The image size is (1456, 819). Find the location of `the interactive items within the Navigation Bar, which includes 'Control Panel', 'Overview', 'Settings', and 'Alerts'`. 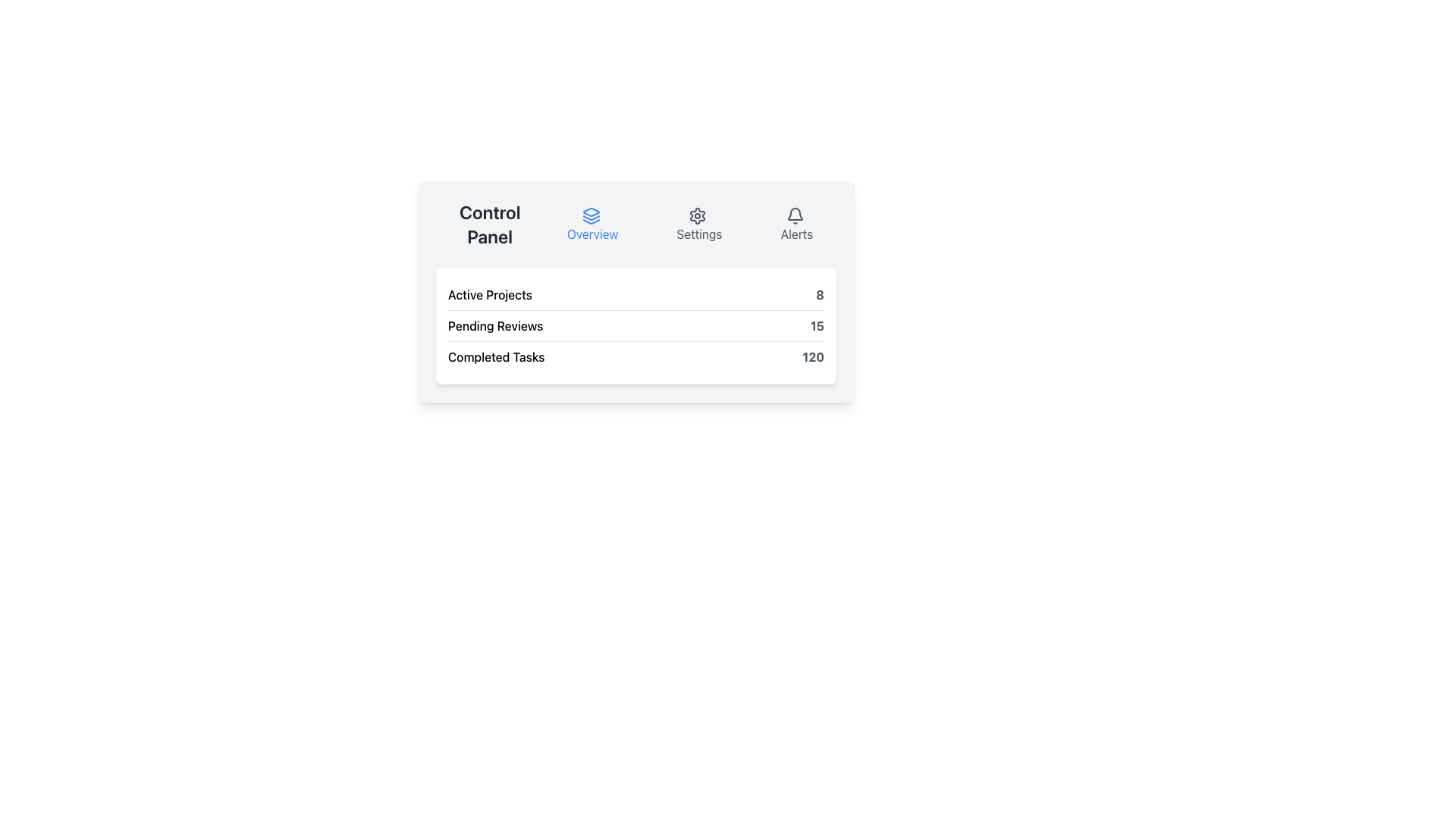

the interactive items within the Navigation Bar, which includes 'Control Panel', 'Overview', 'Settings', and 'Alerts' is located at coordinates (636, 223).